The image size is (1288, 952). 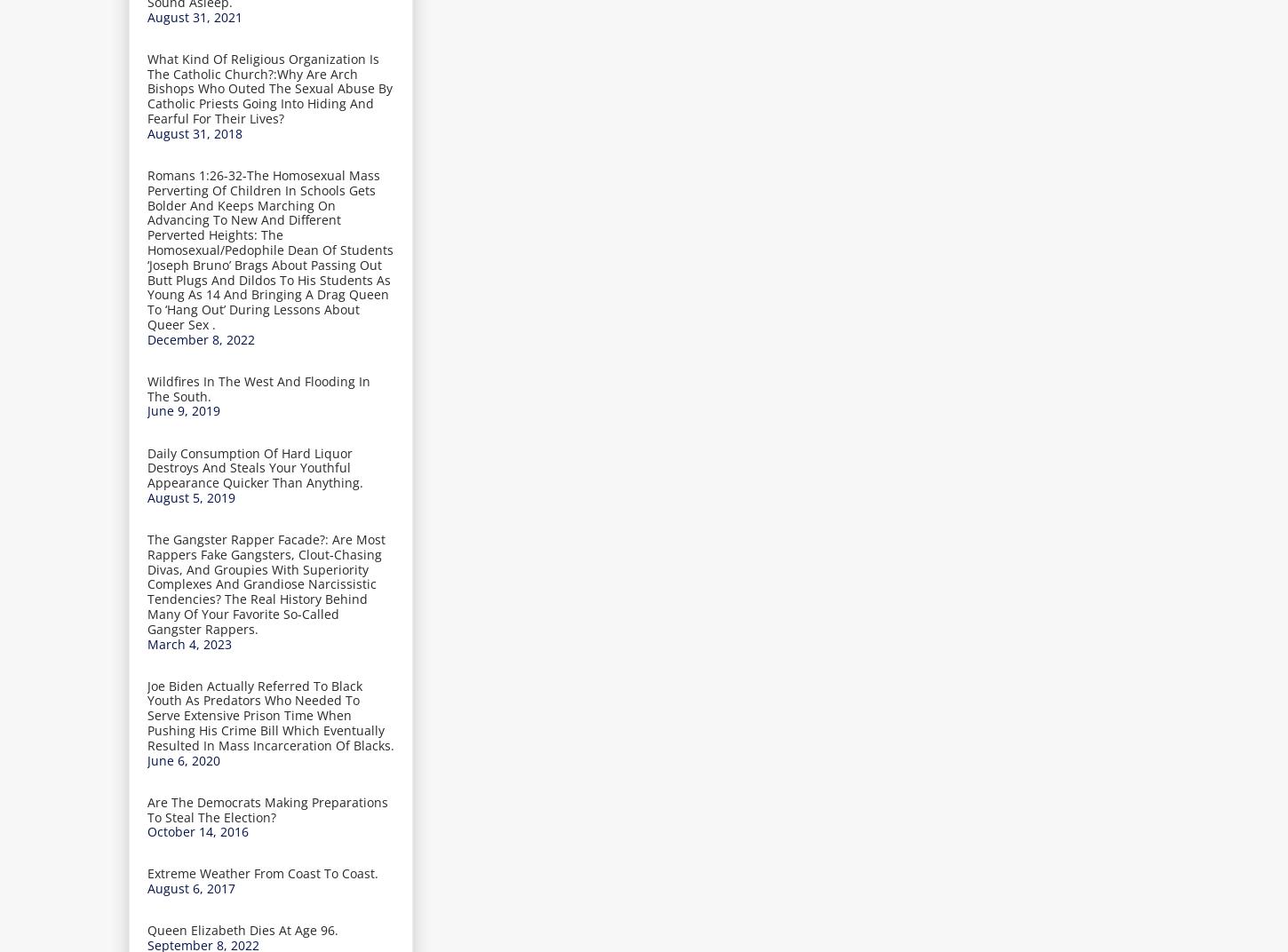 What do you see at coordinates (270, 248) in the screenshot?
I see `'Romans 1:26-32-The Homosexual Mass Perverting Of Children In Schools Gets Bolder And Keeps Marching On Advancing To New And Different Perverted Heights: The Homosexual/Pedophile Dean Of Students ‘Joseph Bruno’ Brags About Passing Out Butt Plugs And Dildos To His Students As Young As 14 And Bringing A Drag Queen To ‘Hang Out’ During Lessons About Queer Sex .'` at bounding box center [270, 248].